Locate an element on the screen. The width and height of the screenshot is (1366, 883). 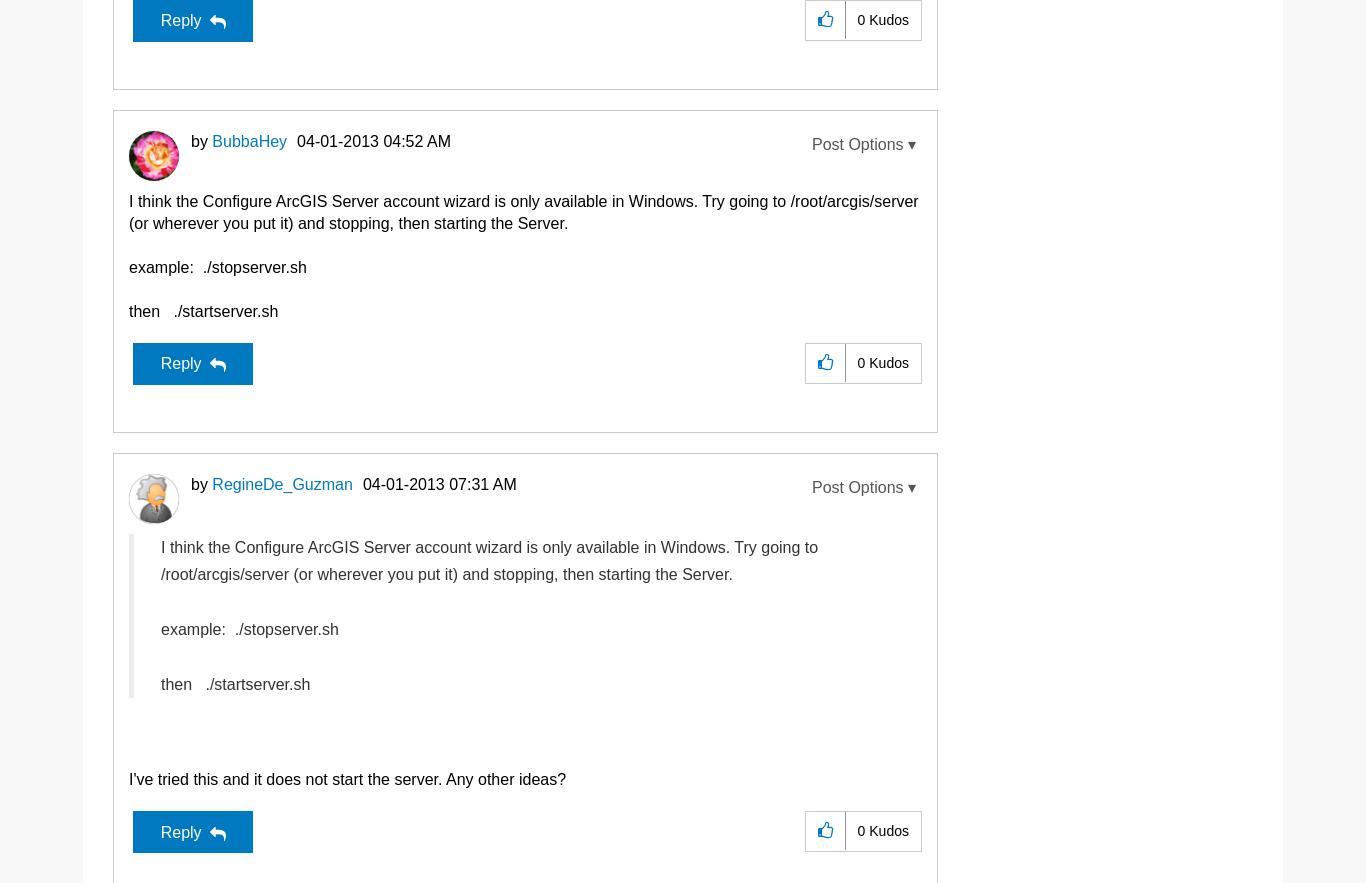
'I've tried this and it does not start the server. Any other ideas?' is located at coordinates (346, 779).